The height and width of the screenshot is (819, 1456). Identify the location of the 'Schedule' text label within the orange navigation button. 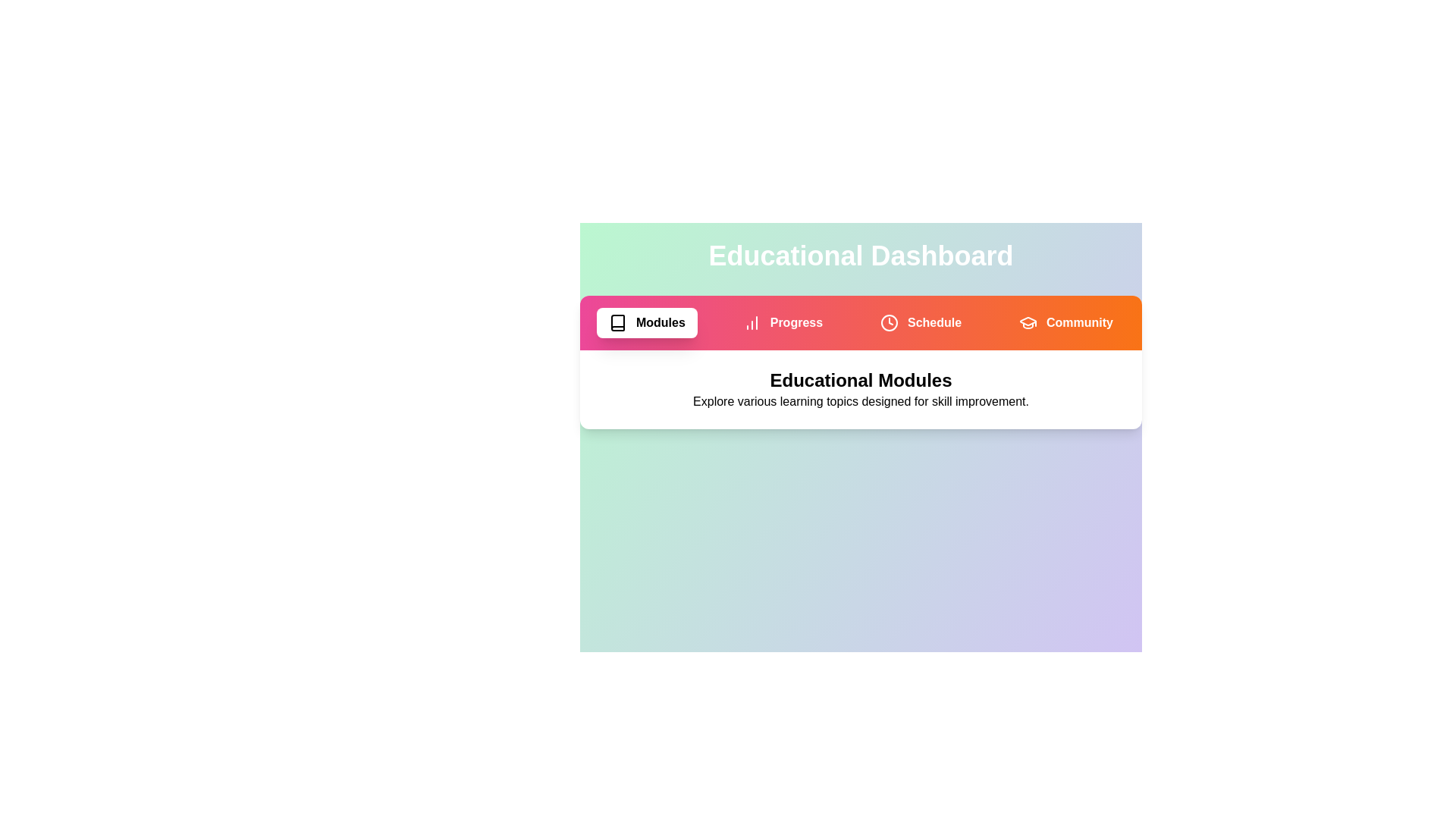
(934, 322).